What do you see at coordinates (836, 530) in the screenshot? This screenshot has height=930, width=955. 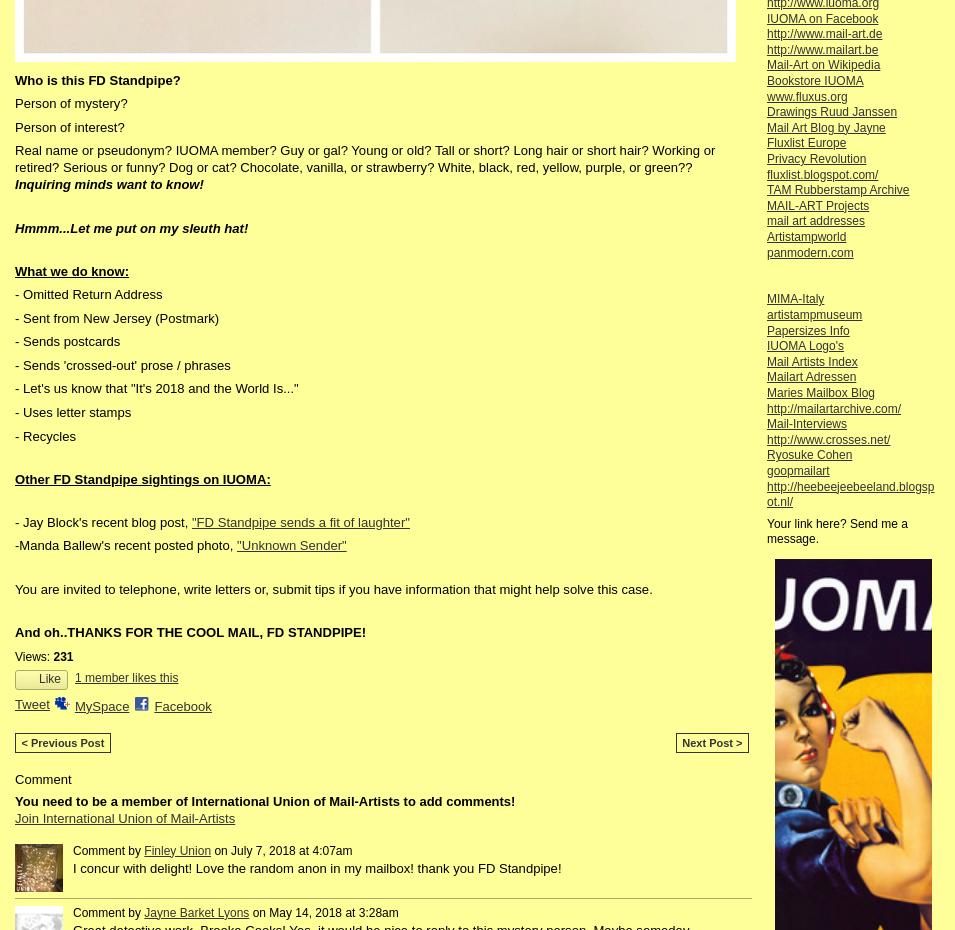 I see `'Your link here? Send me a message.'` at bounding box center [836, 530].